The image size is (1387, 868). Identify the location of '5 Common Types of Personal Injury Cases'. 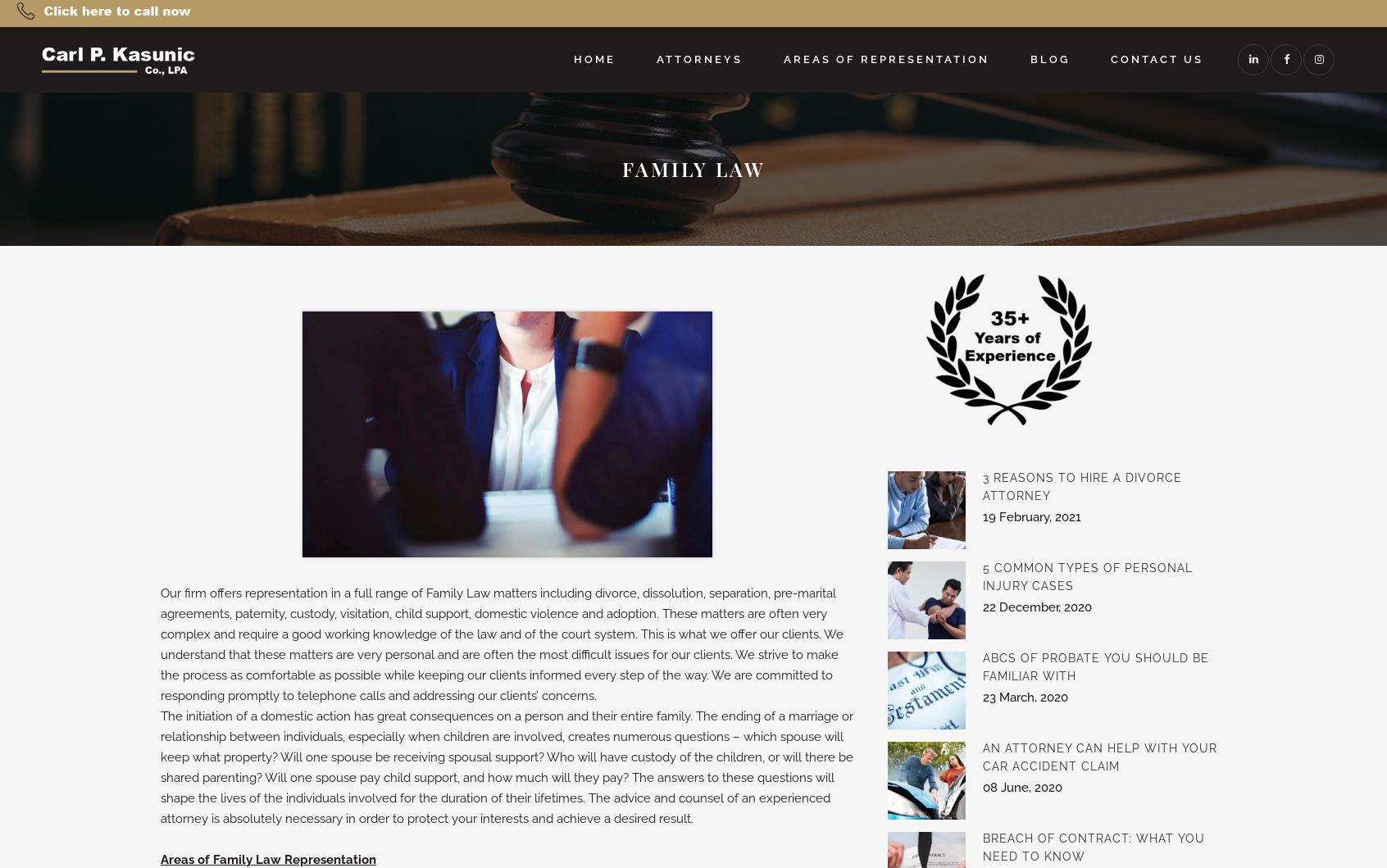
(1086, 577).